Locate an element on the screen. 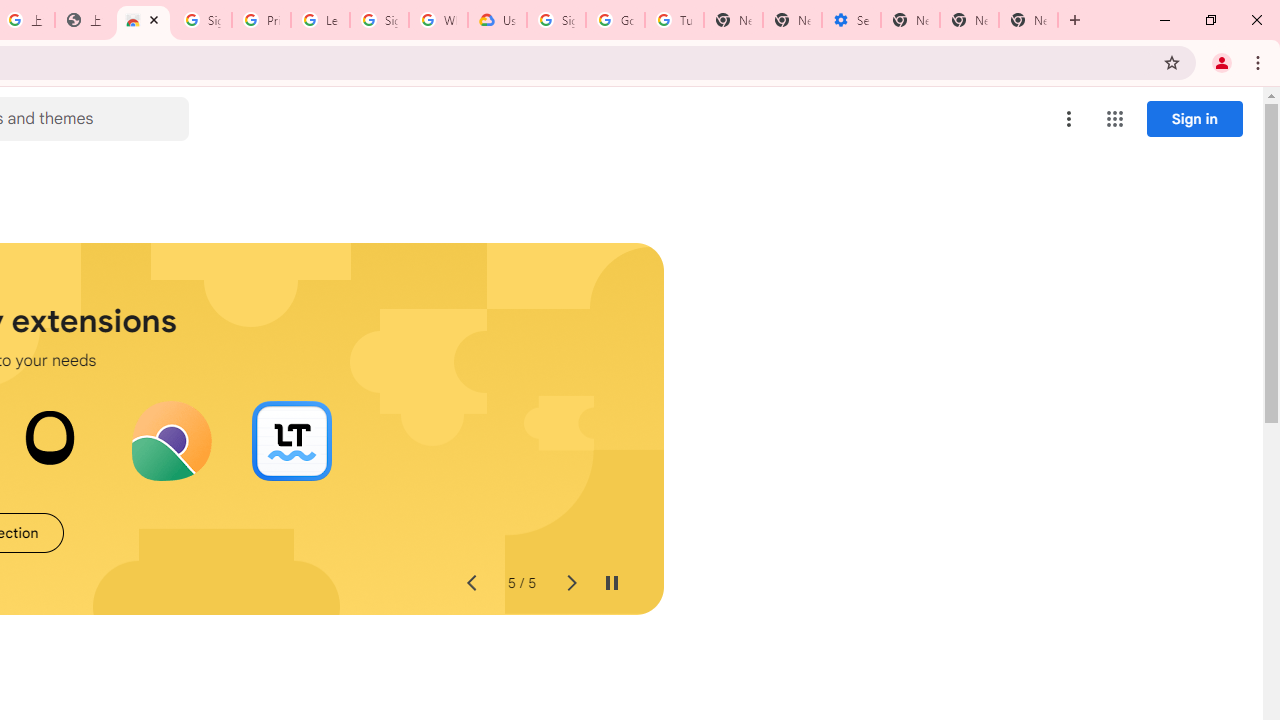 The image size is (1280, 720). 'Pause auto-play' is located at coordinates (610, 583).